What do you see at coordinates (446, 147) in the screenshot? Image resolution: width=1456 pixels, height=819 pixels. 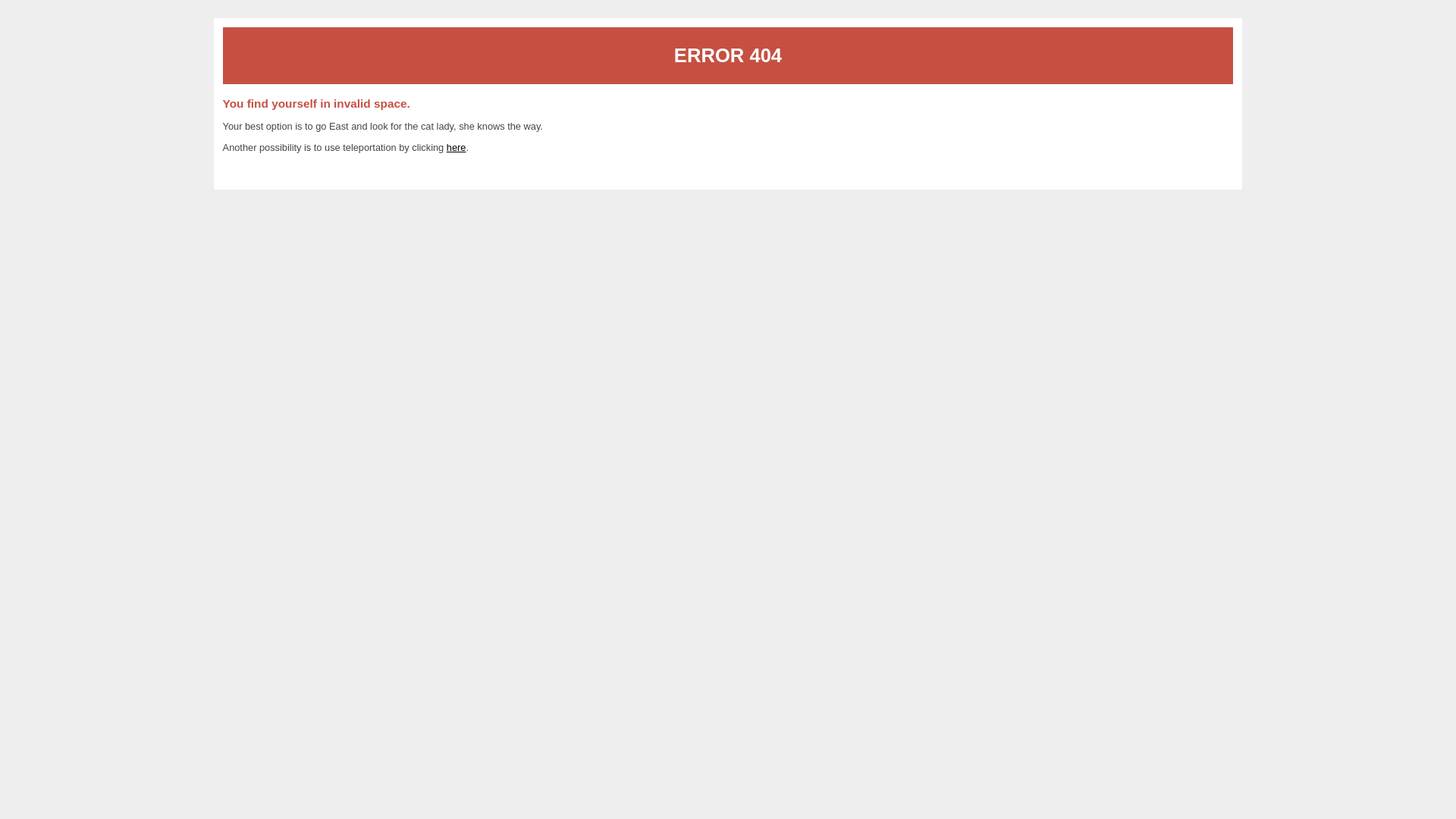 I see `'here'` at bounding box center [446, 147].